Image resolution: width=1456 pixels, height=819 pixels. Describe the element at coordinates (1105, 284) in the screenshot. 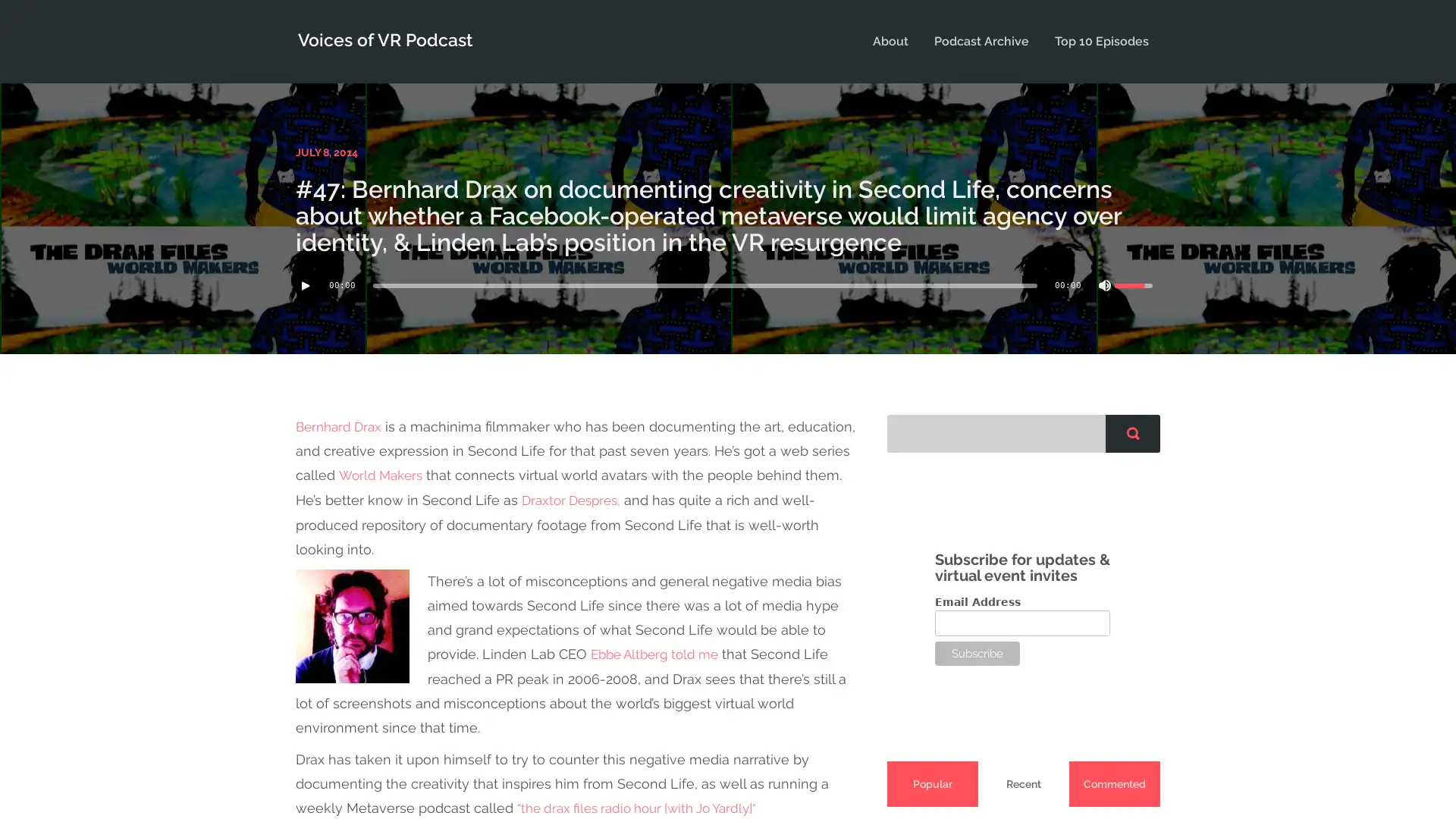

I see `Mute Toggle` at that location.